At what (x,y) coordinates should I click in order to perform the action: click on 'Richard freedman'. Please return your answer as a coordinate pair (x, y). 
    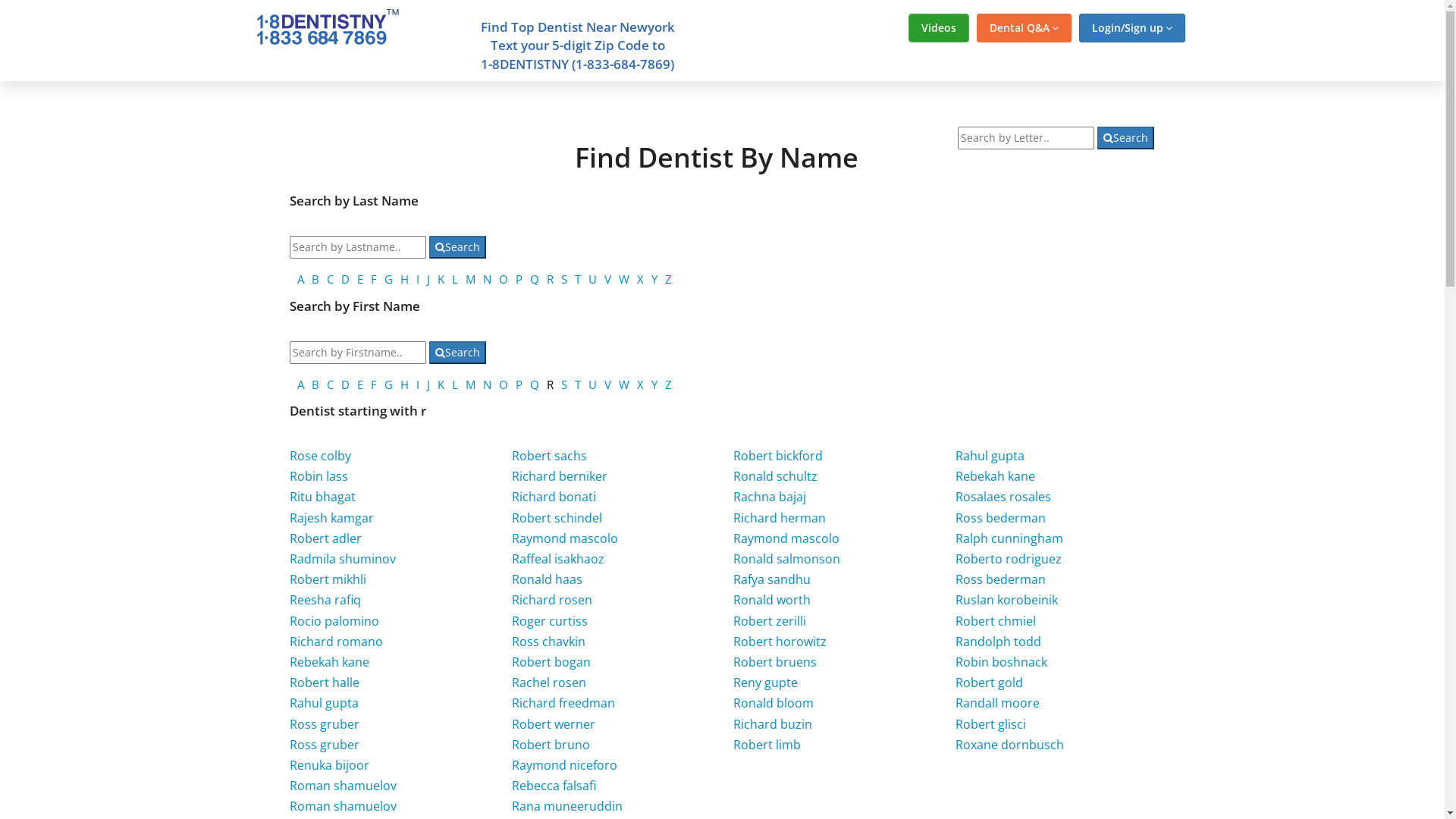
    Looking at the image, I should click on (563, 702).